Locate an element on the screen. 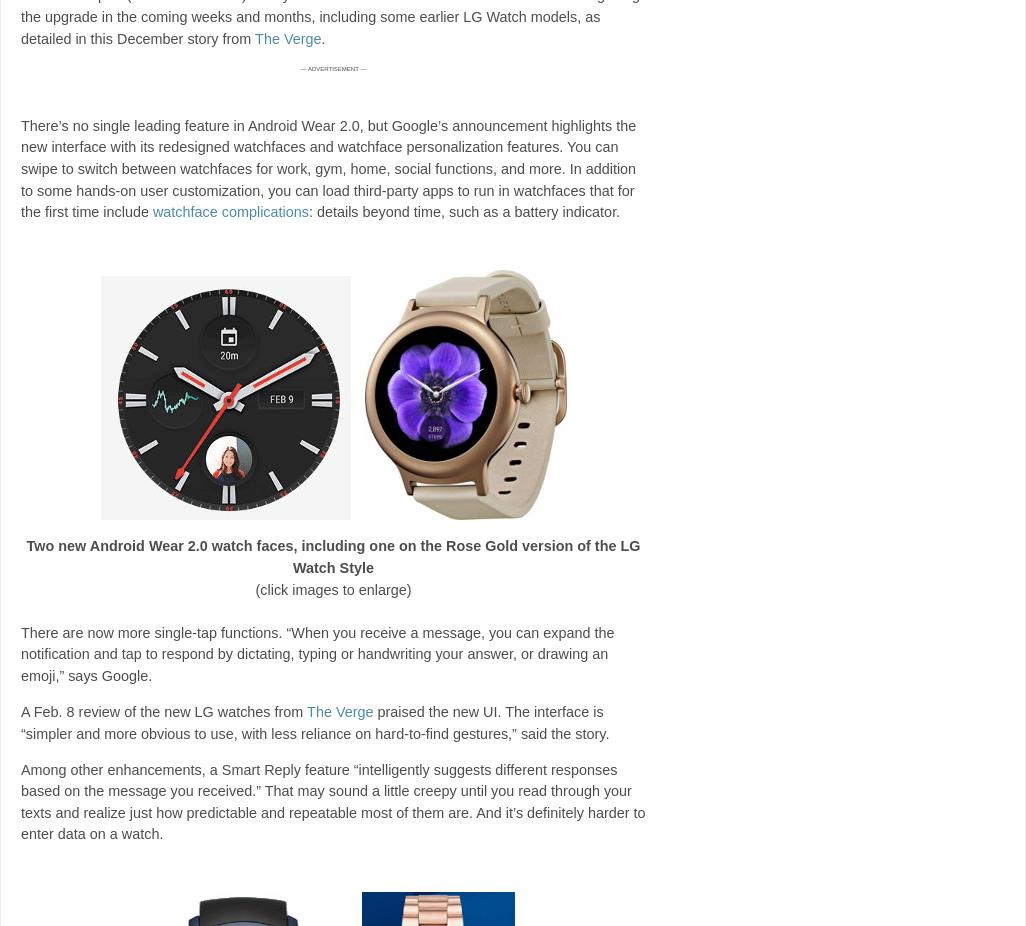 This screenshot has height=926, width=1026. '.' is located at coordinates (321, 36).